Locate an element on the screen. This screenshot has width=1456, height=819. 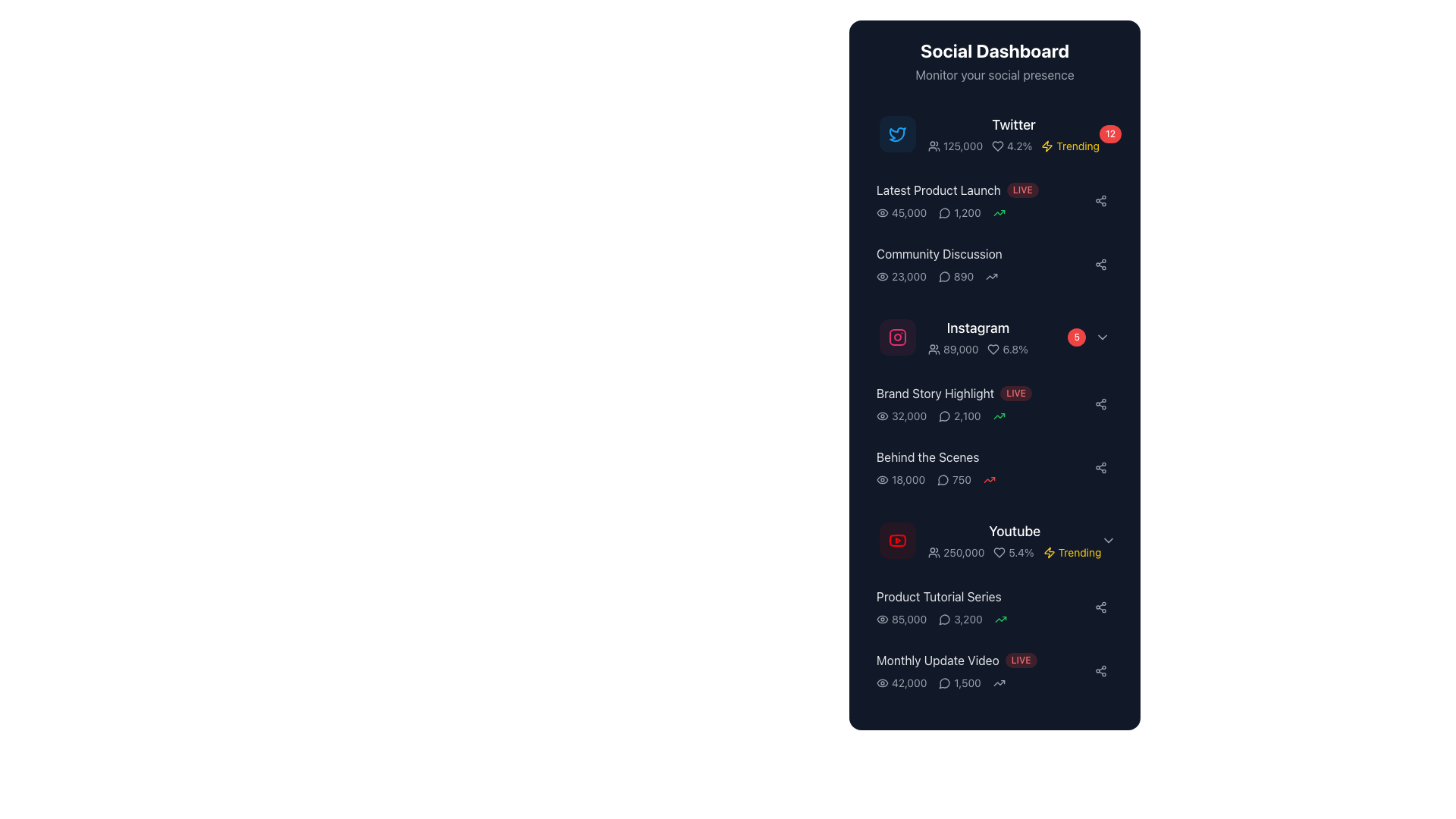
the share icon button, which is a minimalistic gray outline of a connected nodes diagram located at the rightmost side of the 'Product Tutorial Series' list item is located at coordinates (1100, 607).